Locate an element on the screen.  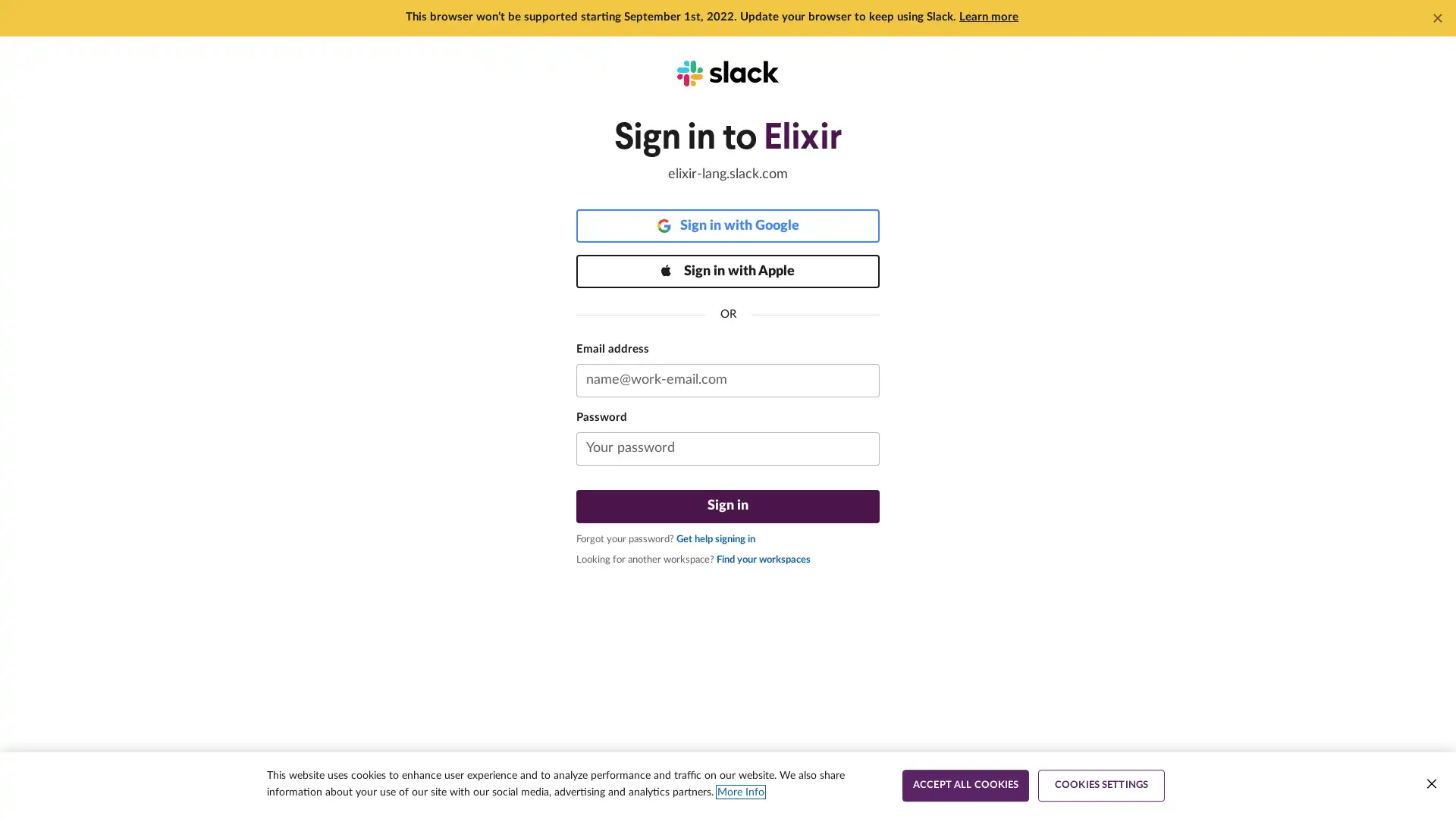
COOKIES SETTINGS is located at coordinates (1101, 785).